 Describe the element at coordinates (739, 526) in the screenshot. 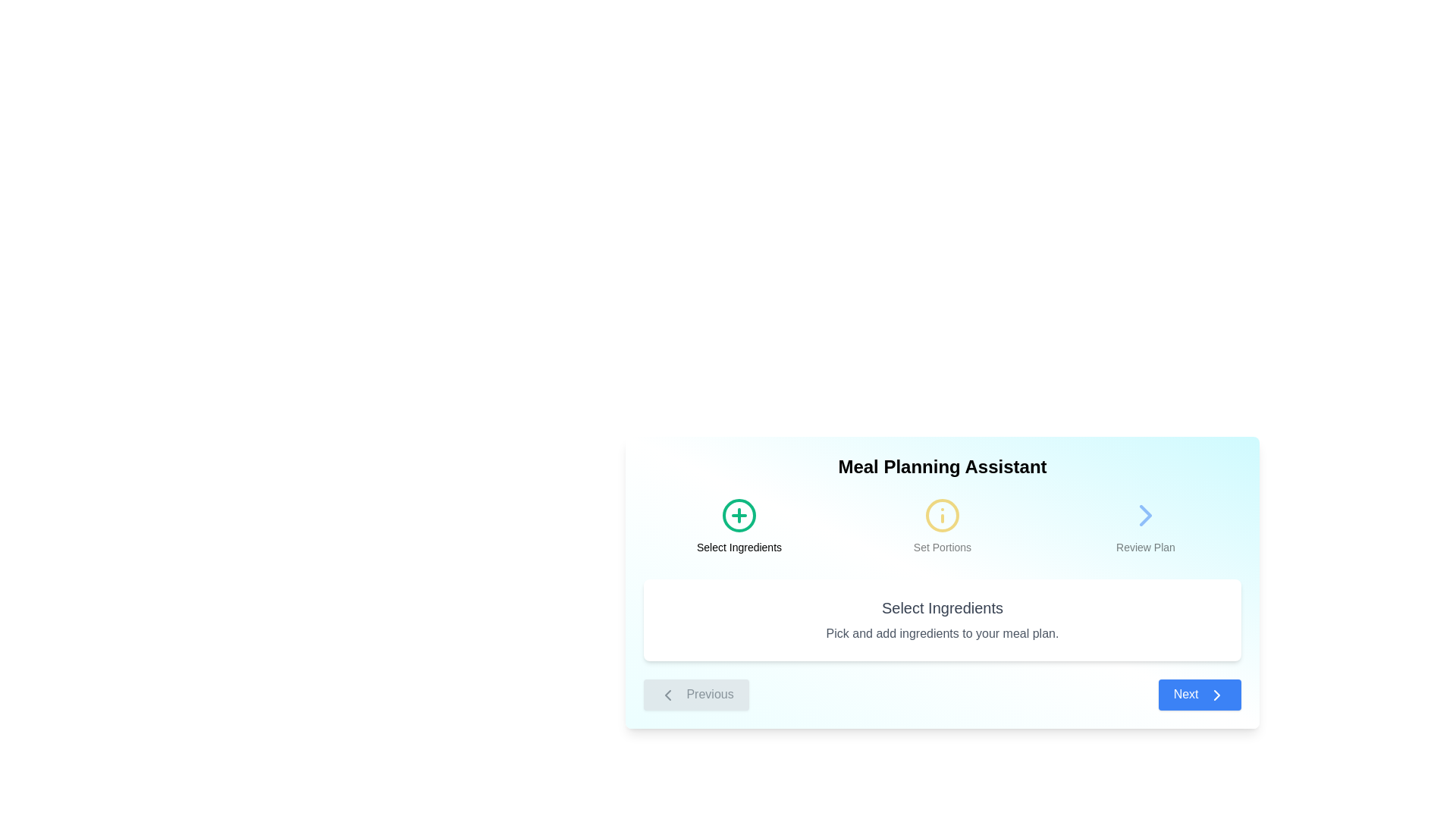

I see `the button-like selectable element on the leftmost position of the group of three, which signifies the option to select ingredients in the meal planning application` at that location.